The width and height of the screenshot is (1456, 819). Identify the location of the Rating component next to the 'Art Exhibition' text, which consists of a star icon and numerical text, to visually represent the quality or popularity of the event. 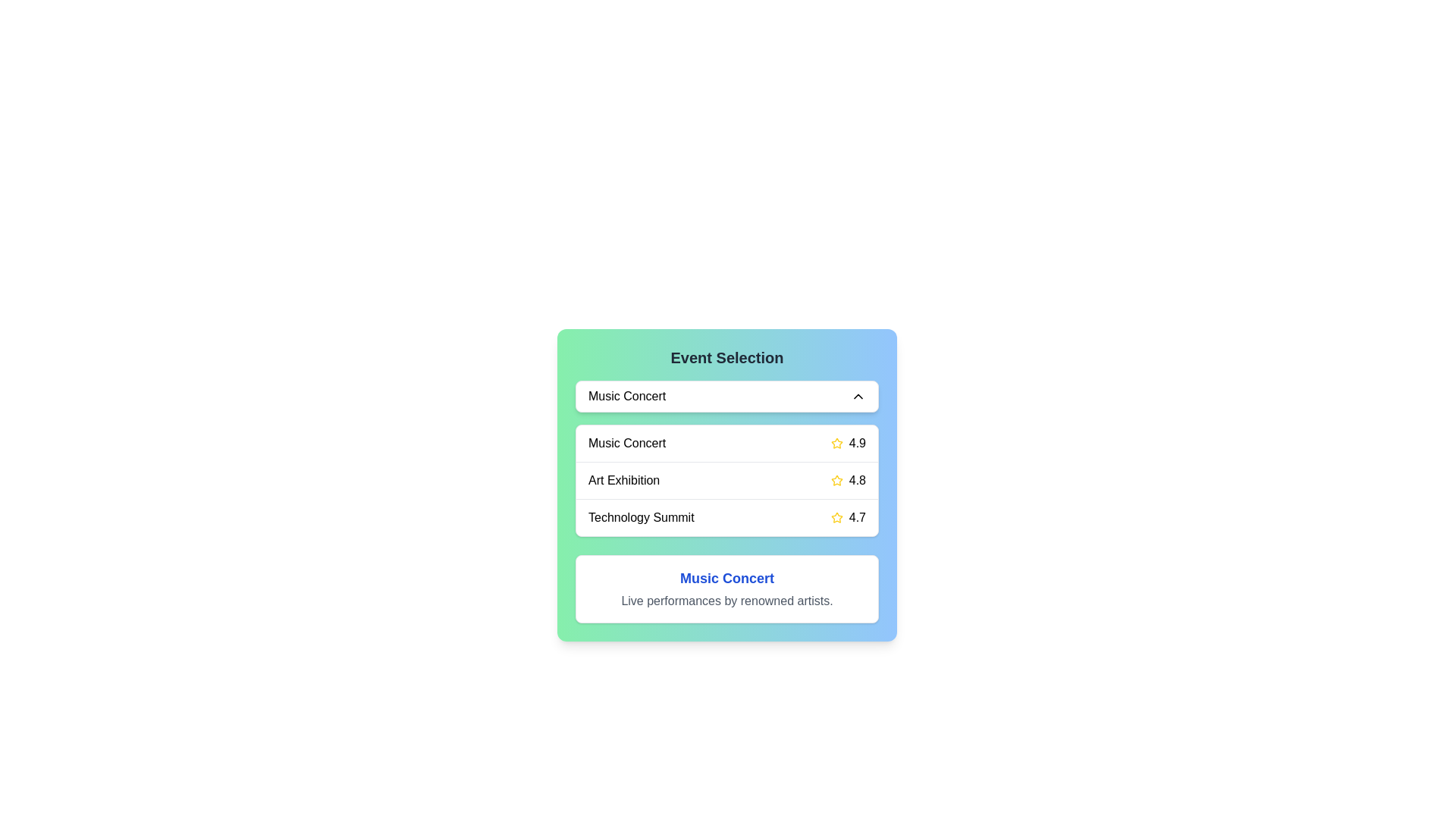
(847, 480).